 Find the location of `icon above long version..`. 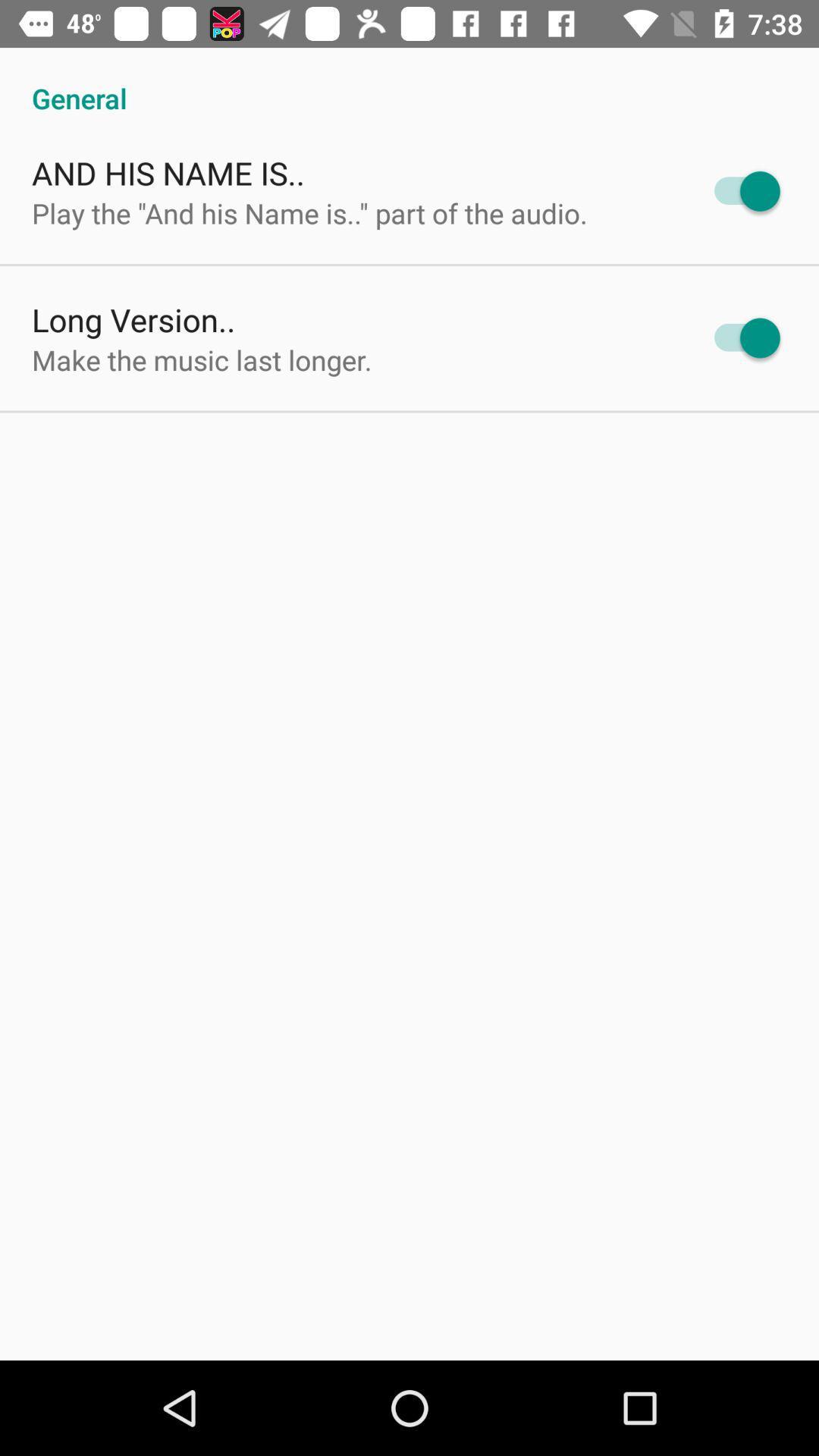

icon above long version.. is located at coordinates (309, 212).